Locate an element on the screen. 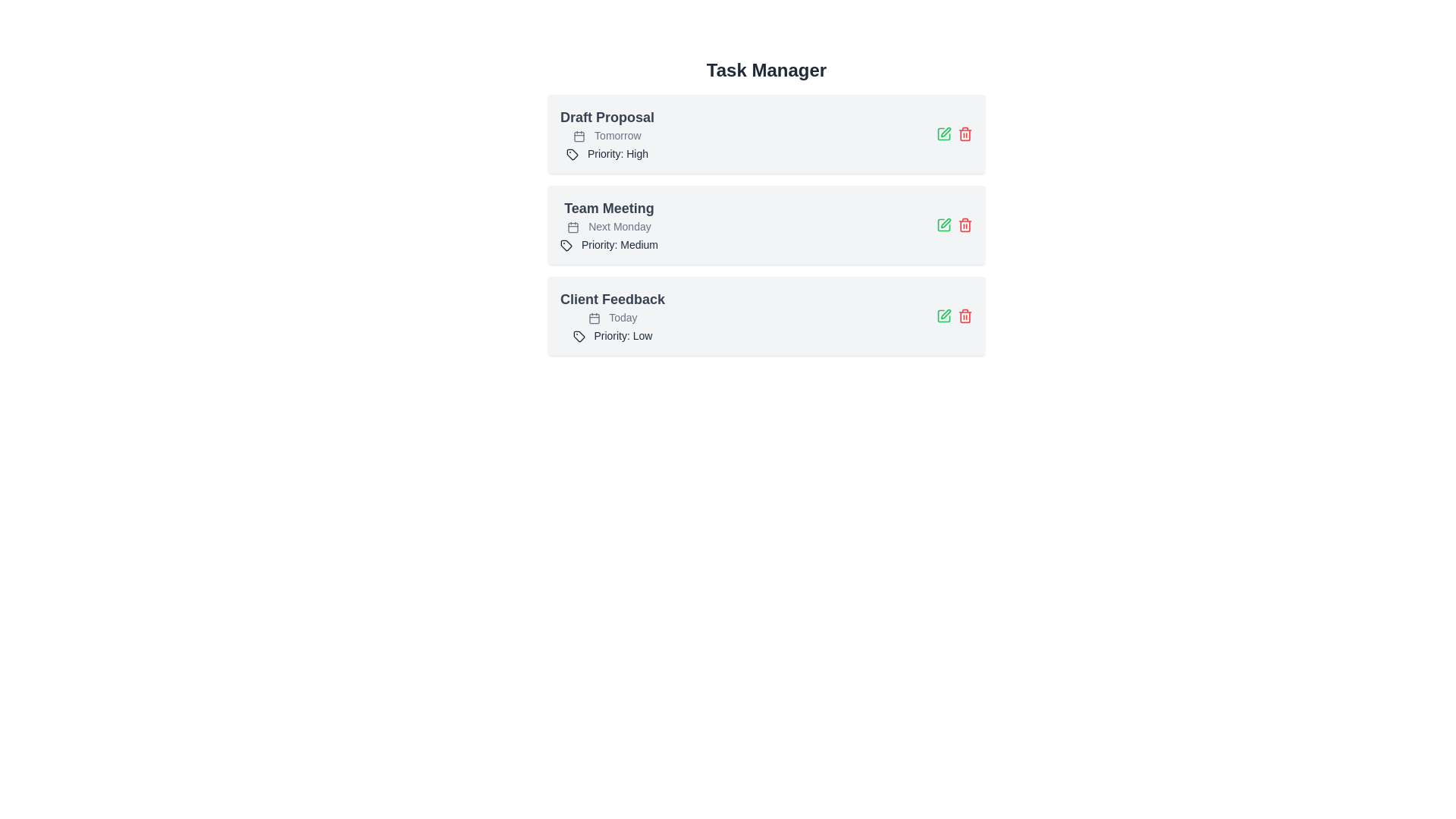 Image resolution: width=1456 pixels, height=819 pixels. the inner rounded rectangle of the calendar icon located in the top-left of the 'Draft Proposal' card is located at coordinates (579, 137).